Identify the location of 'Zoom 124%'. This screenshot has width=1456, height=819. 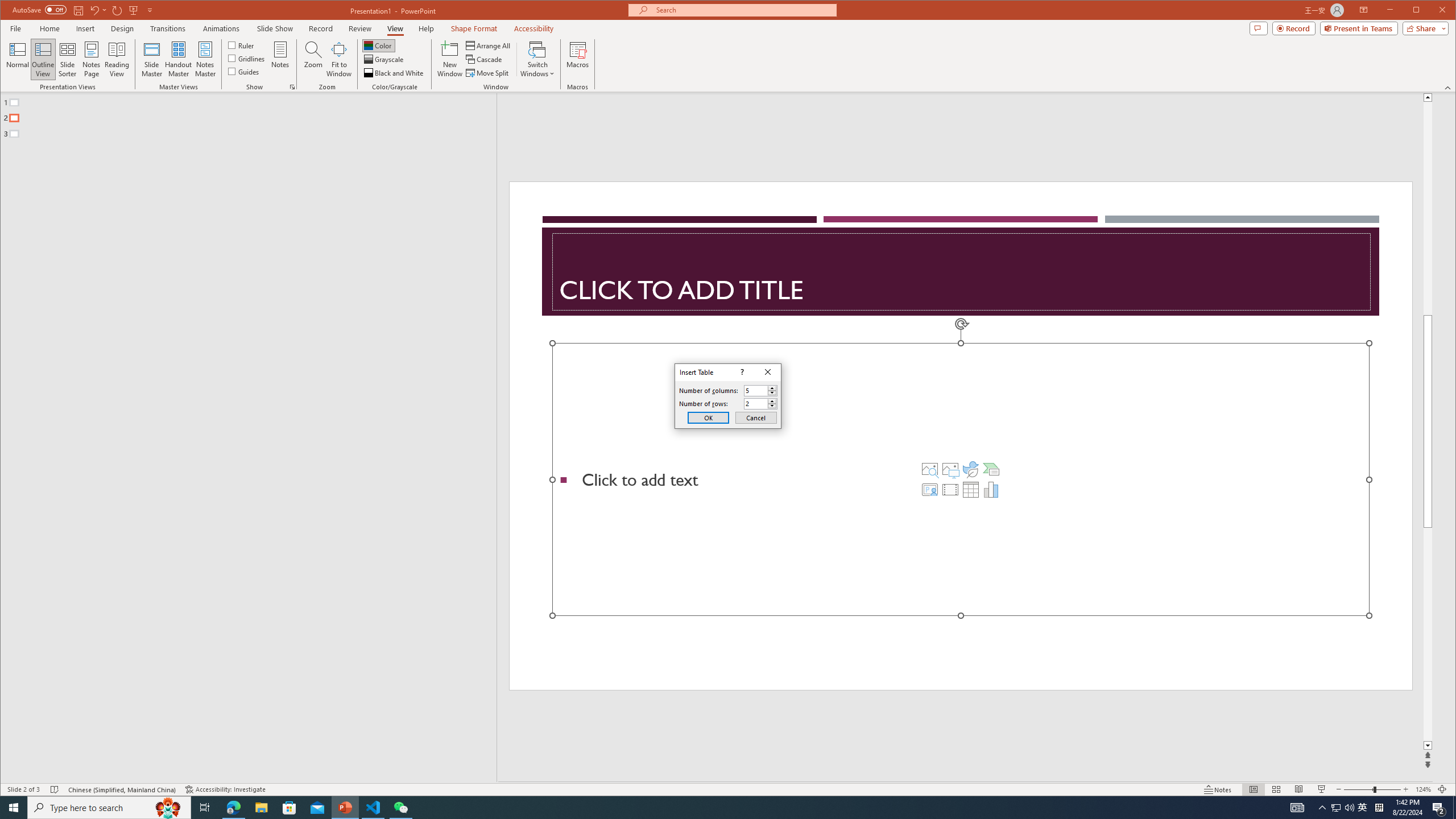
(1423, 789).